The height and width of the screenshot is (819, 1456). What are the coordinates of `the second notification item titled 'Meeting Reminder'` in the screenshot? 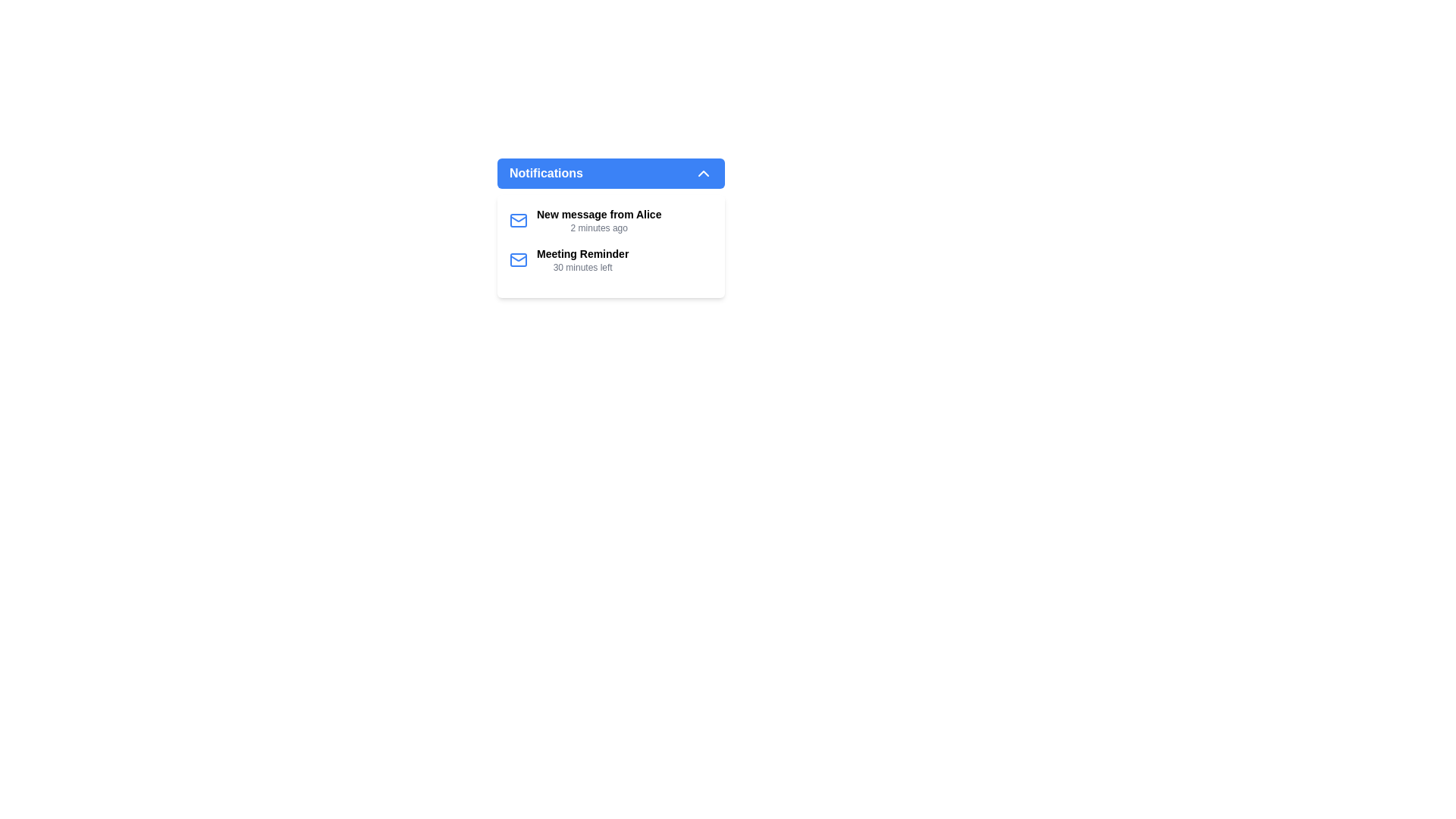 It's located at (611, 259).